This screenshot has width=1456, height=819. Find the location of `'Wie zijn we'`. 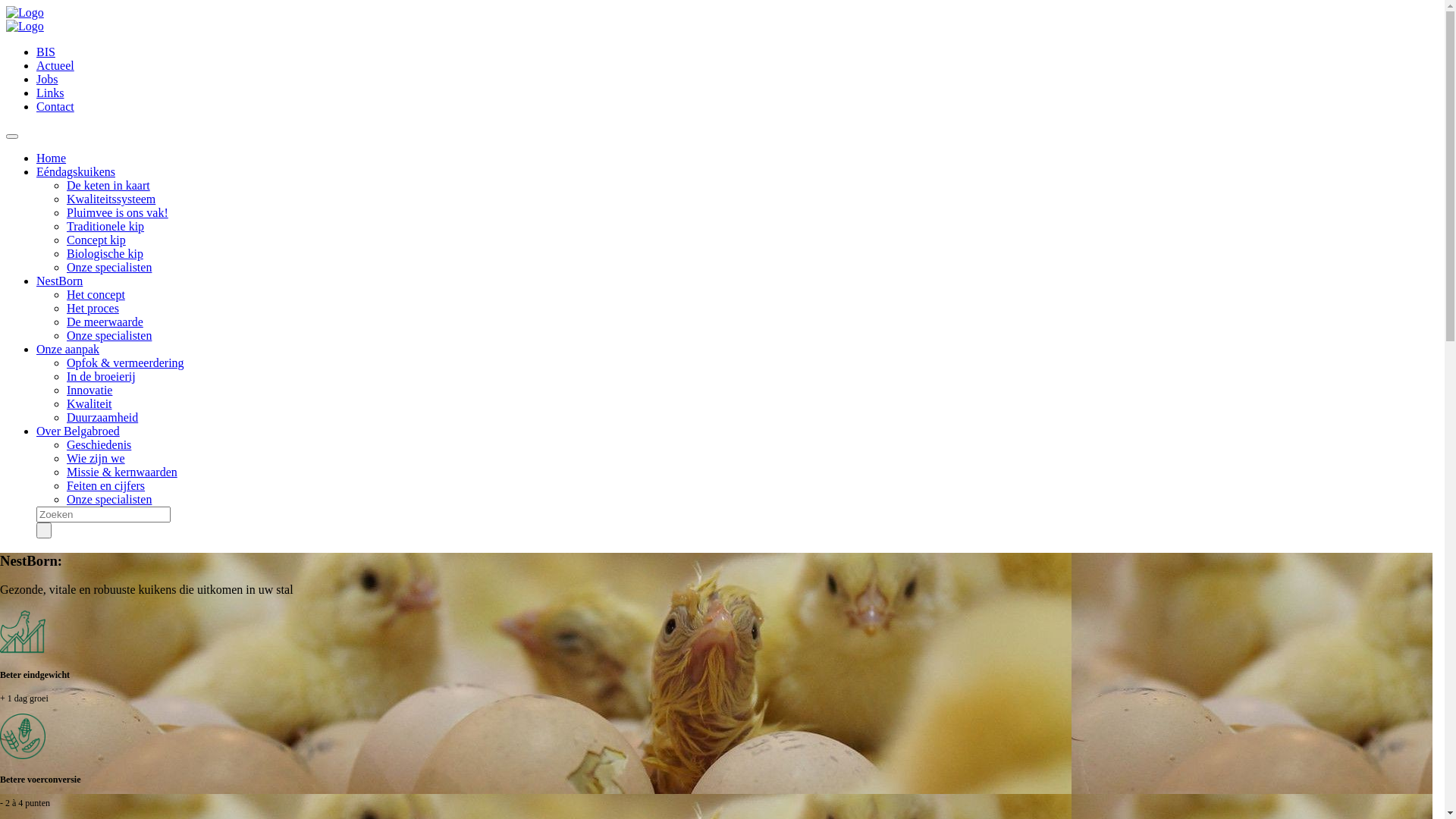

'Wie zijn we' is located at coordinates (95, 457).